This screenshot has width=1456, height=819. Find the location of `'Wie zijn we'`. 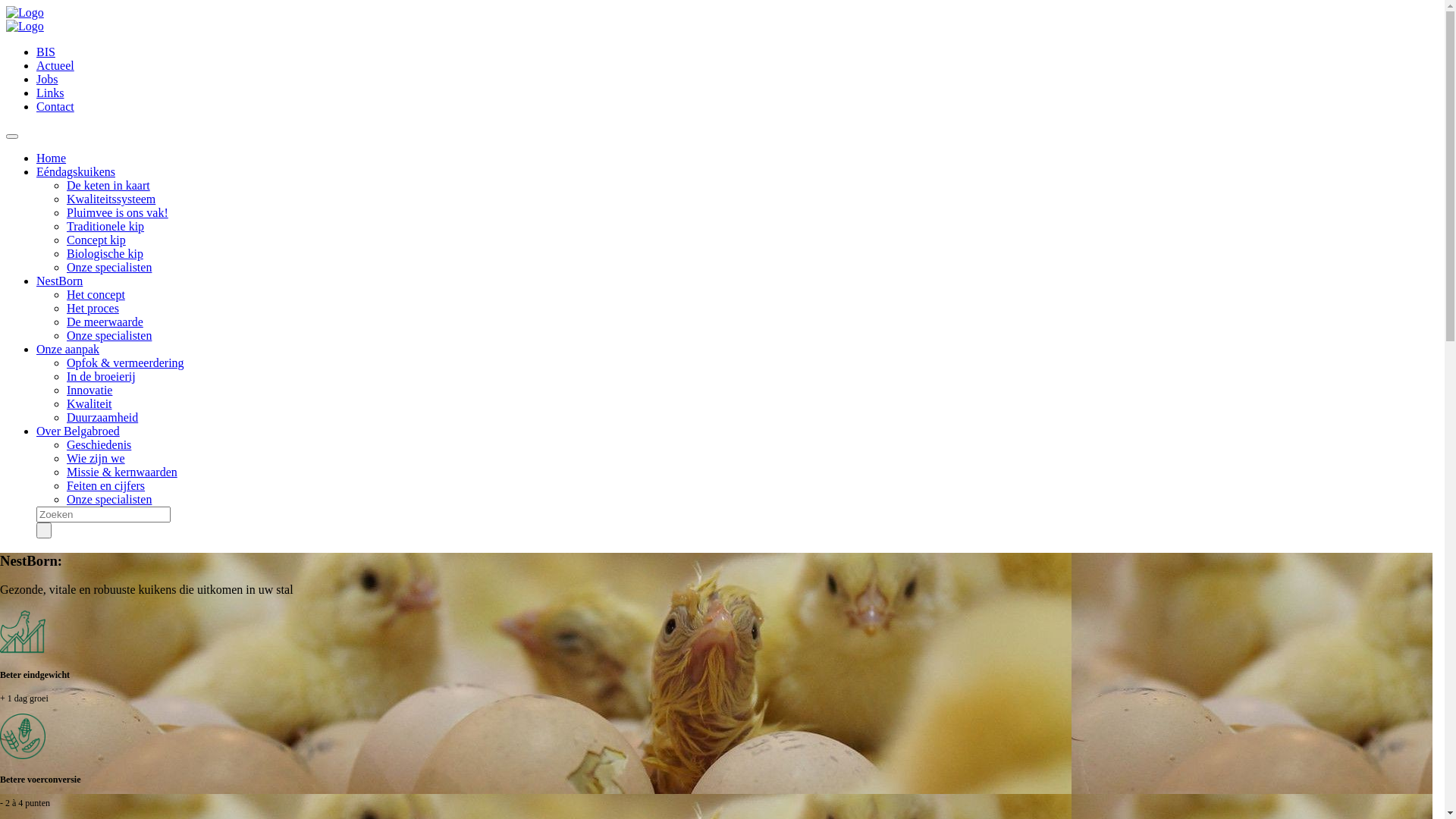

'Wie zijn we' is located at coordinates (95, 457).